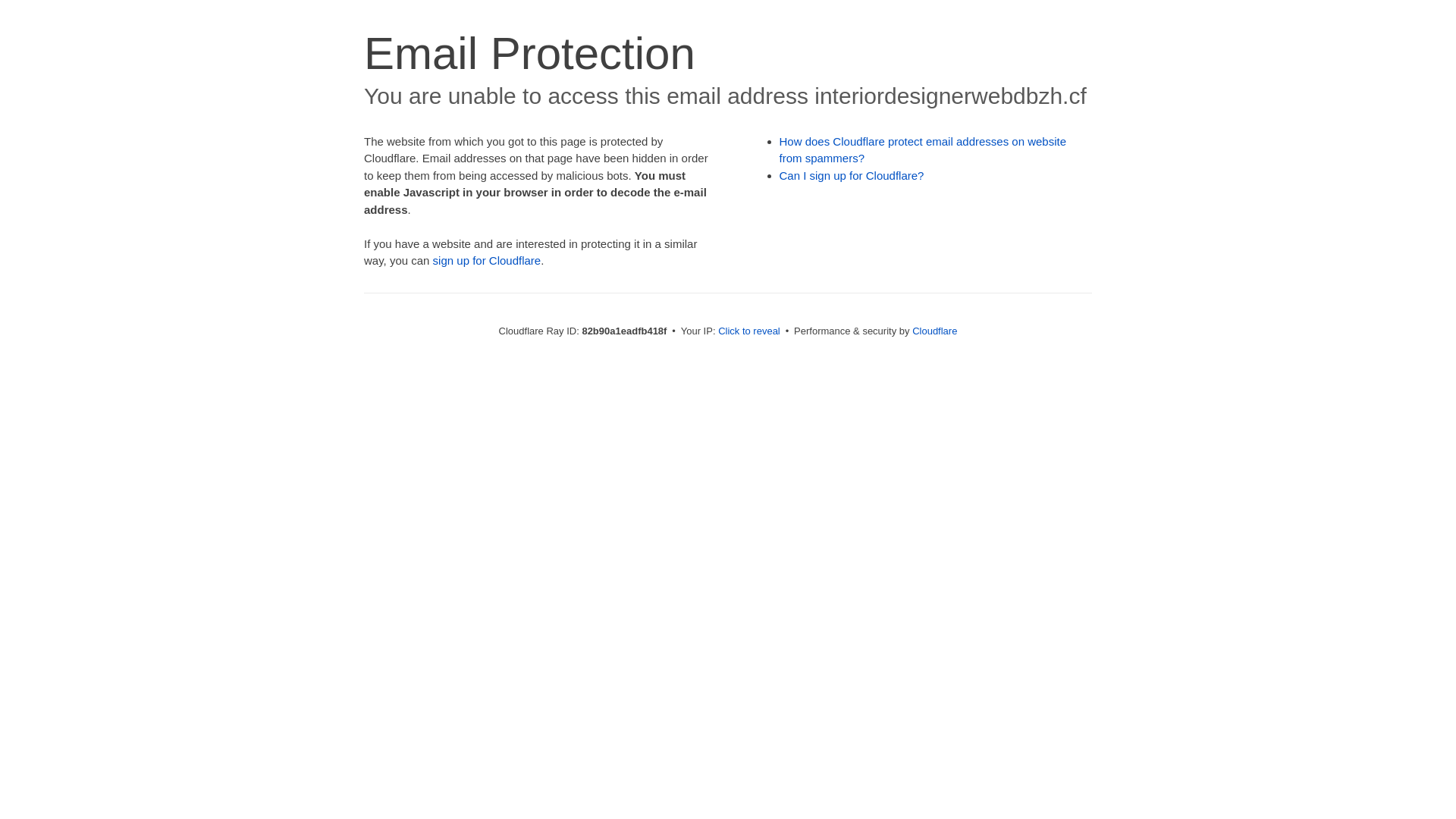 The height and width of the screenshot is (819, 1456). Describe the element at coordinates (487, 259) in the screenshot. I see `'sign up for Cloudflare'` at that location.